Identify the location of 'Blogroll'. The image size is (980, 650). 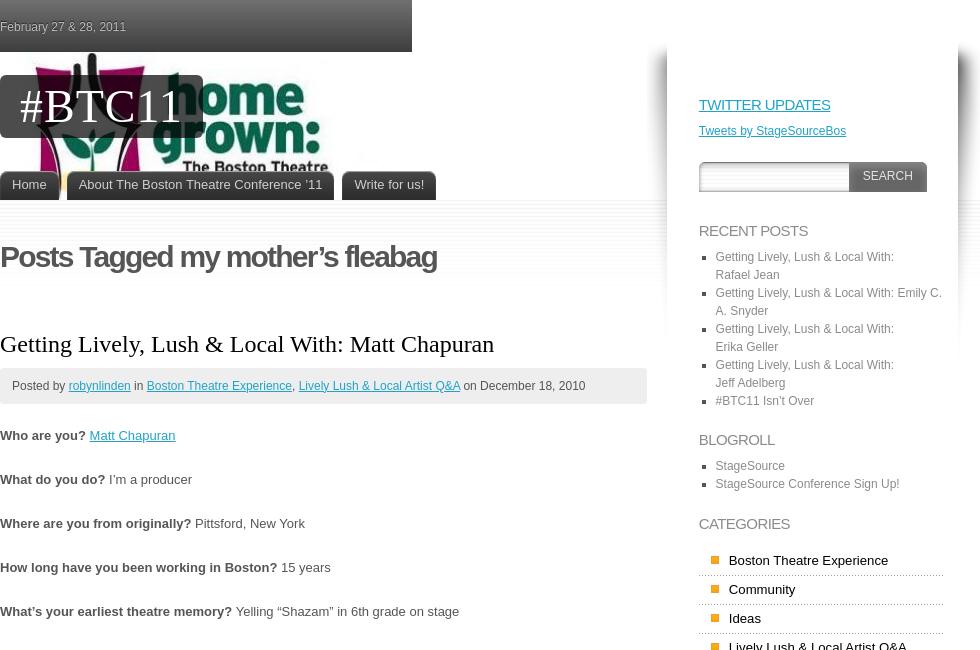
(735, 438).